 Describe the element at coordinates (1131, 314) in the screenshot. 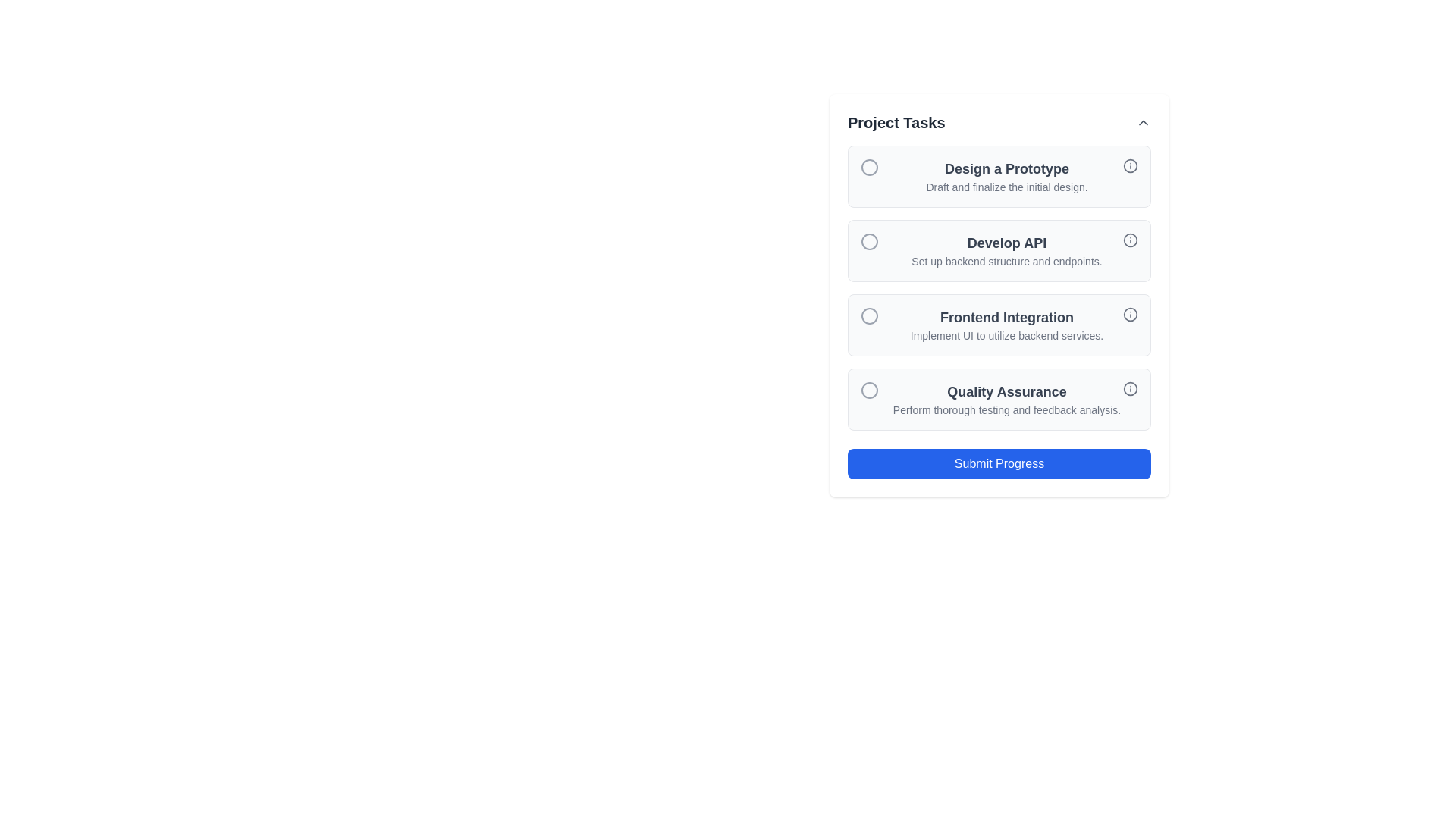

I see `the circular outline of the icon associated with the 'Frontend Integration' task in the task list` at that location.